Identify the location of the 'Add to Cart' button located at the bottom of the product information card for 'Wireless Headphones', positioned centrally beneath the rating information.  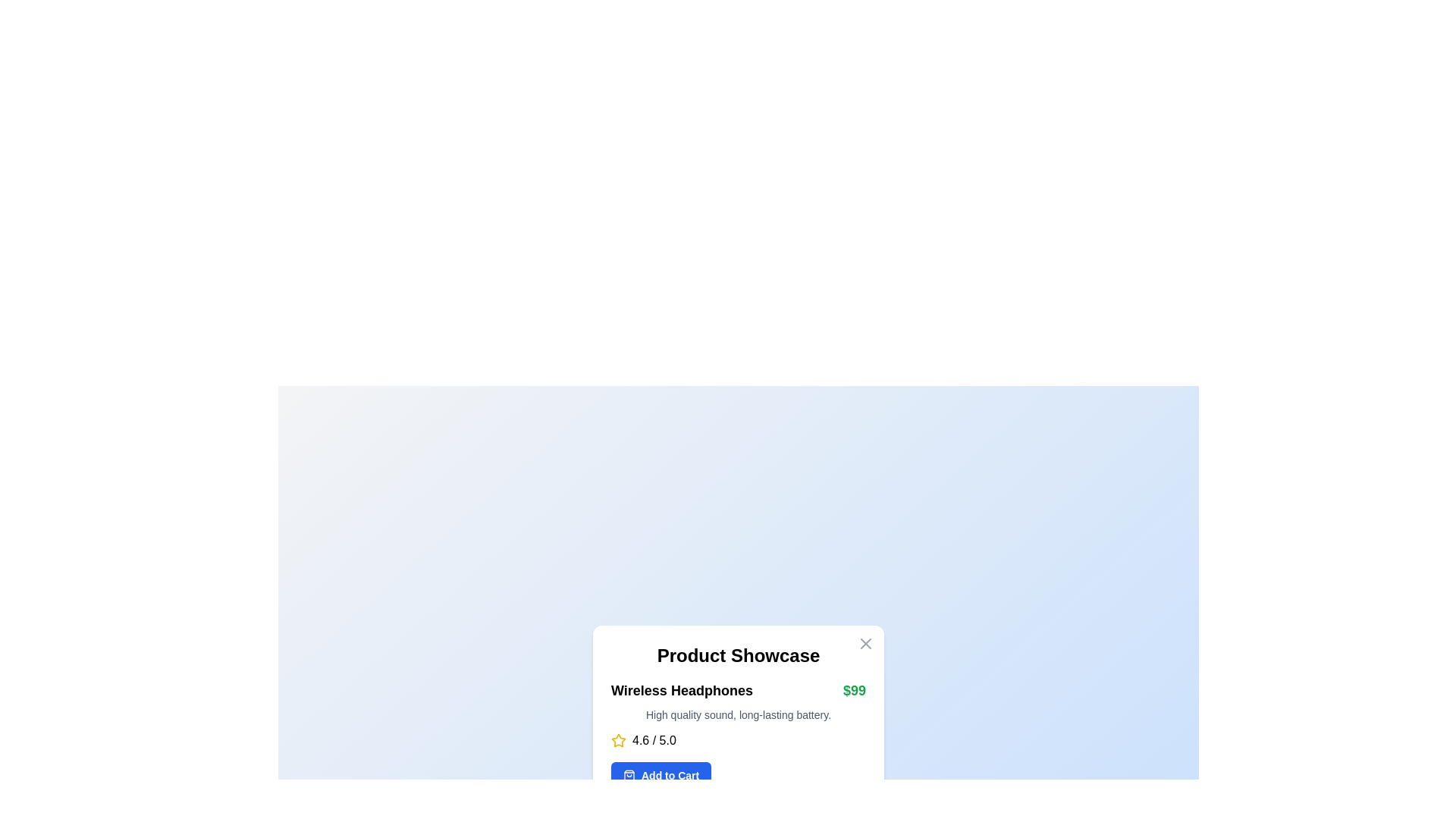
(661, 775).